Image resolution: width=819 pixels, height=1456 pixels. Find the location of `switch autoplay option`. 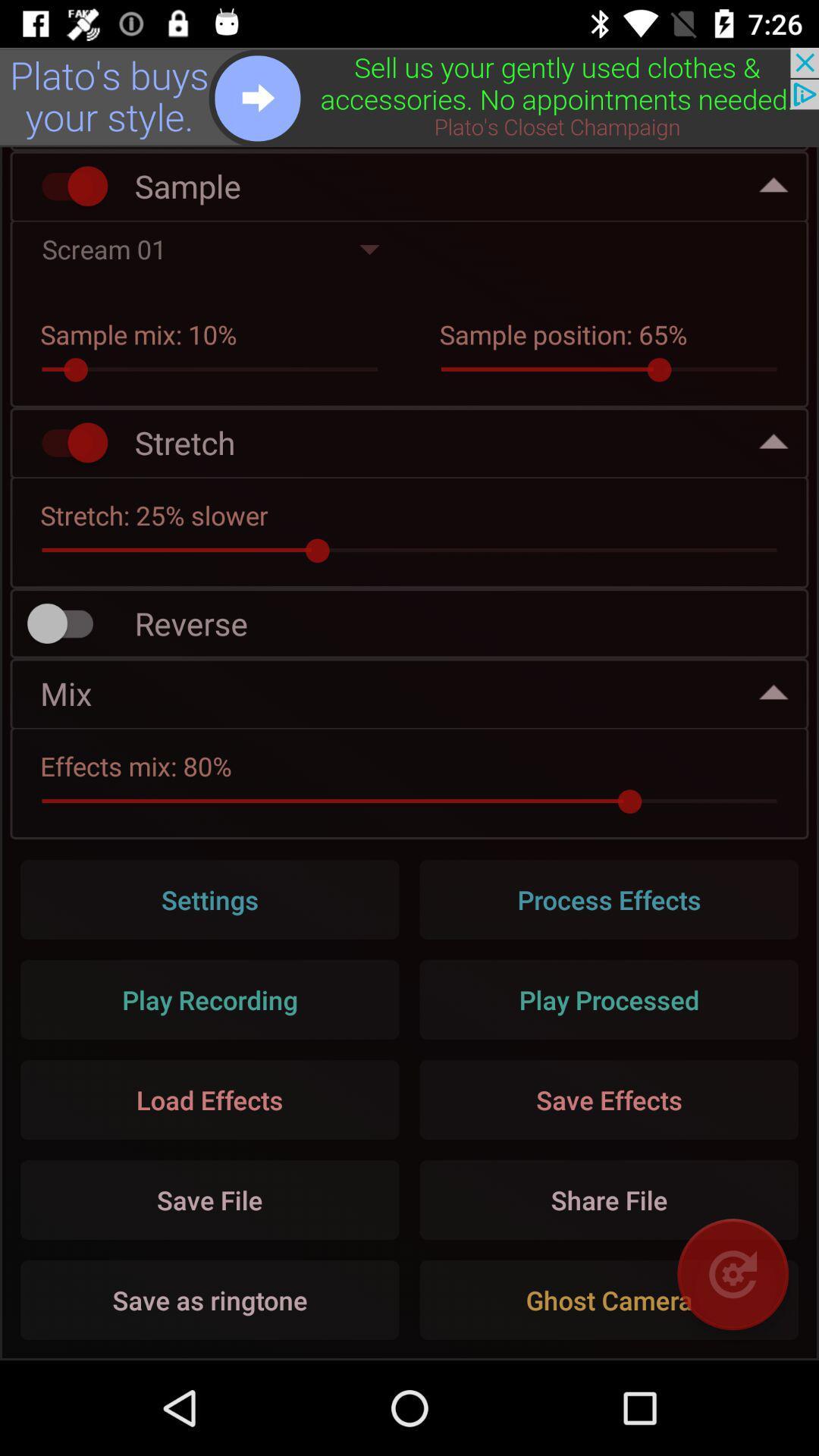

switch autoplay option is located at coordinates (67, 185).